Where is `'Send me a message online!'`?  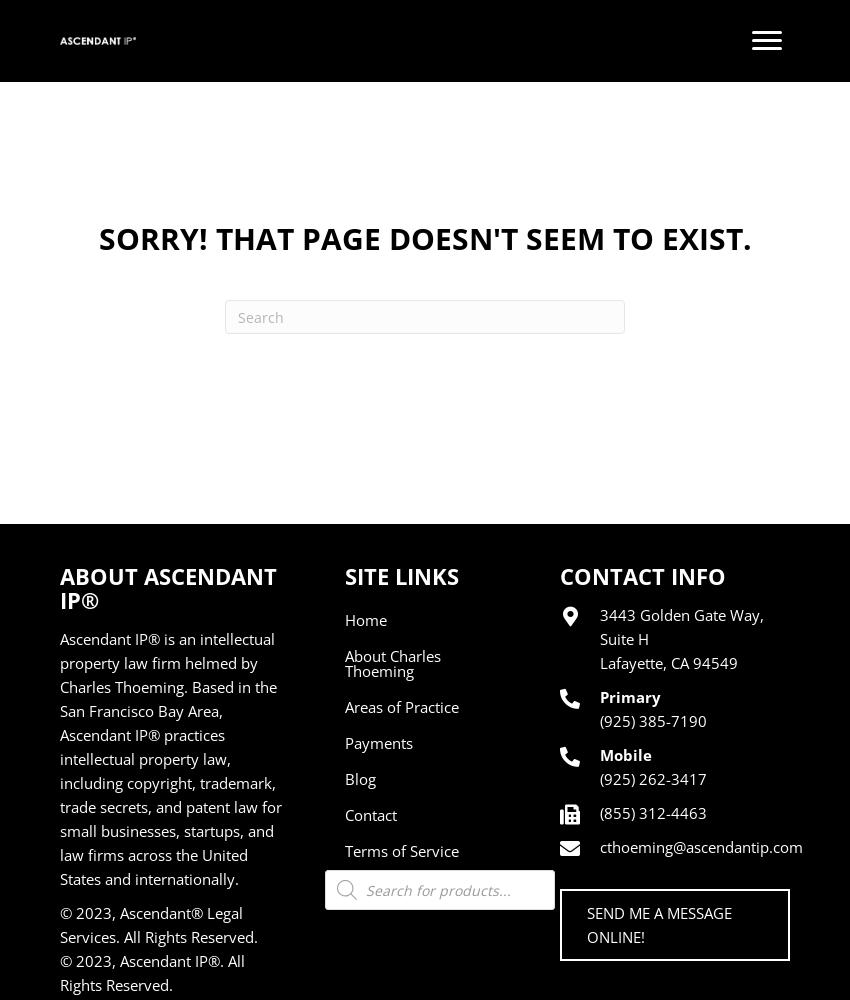 'Send me a message online!' is located at coordinates (659, 925).